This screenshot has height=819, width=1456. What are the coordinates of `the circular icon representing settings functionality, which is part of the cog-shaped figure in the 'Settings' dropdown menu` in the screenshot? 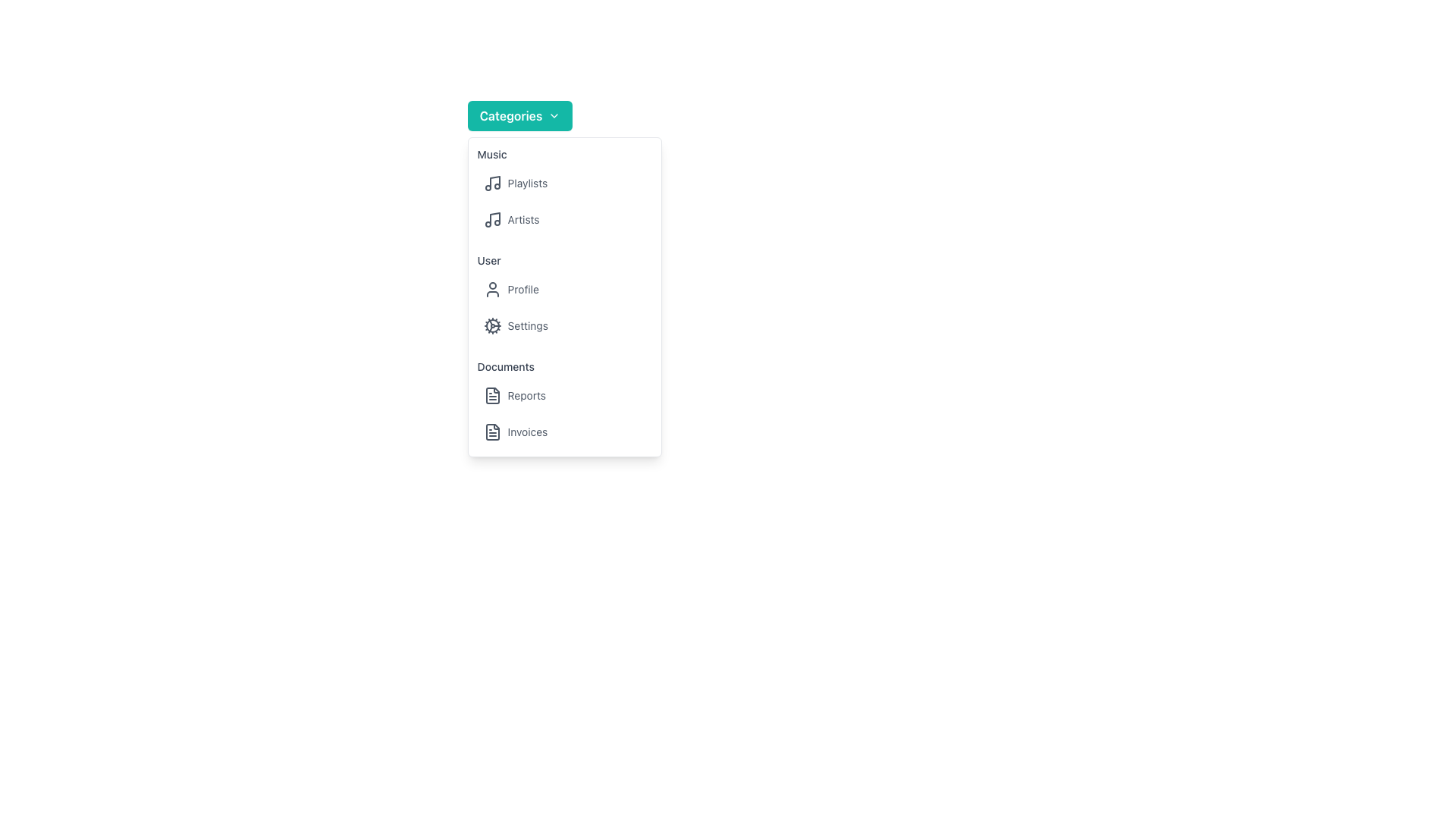 It's located at (492, 325).